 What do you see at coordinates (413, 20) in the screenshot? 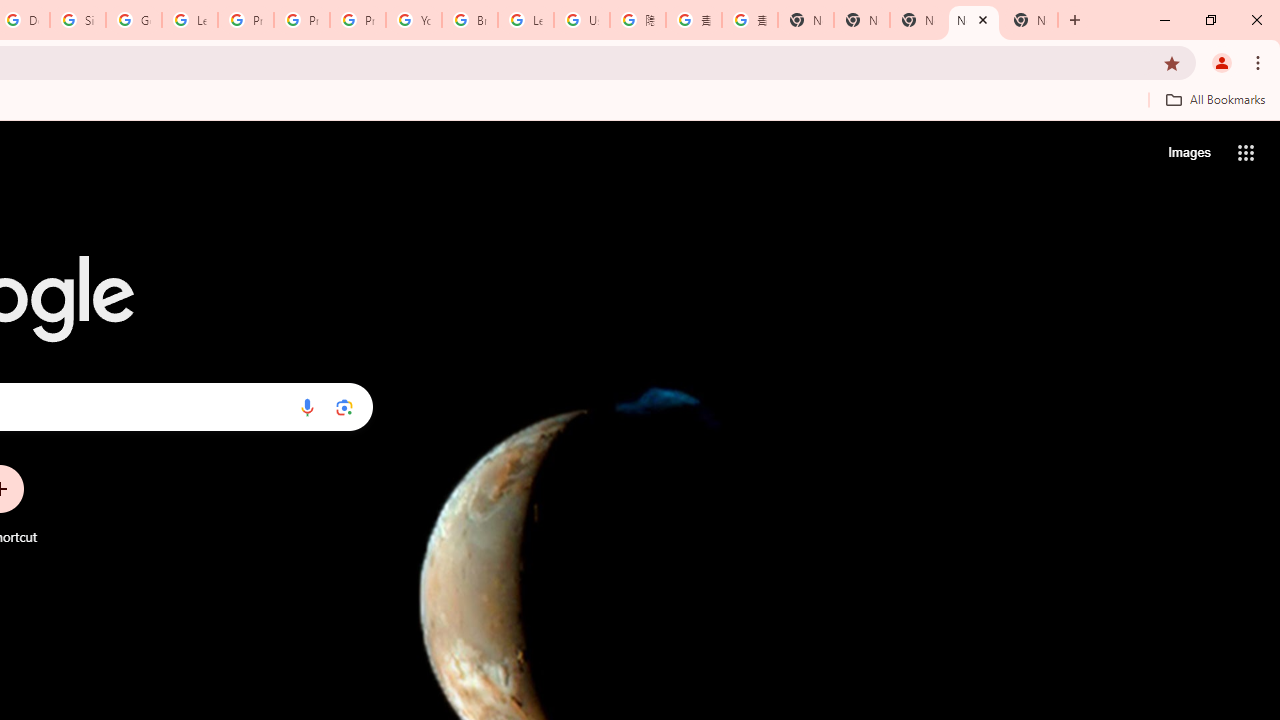
I see `'YouTube'` at bounding box center [413, 20].